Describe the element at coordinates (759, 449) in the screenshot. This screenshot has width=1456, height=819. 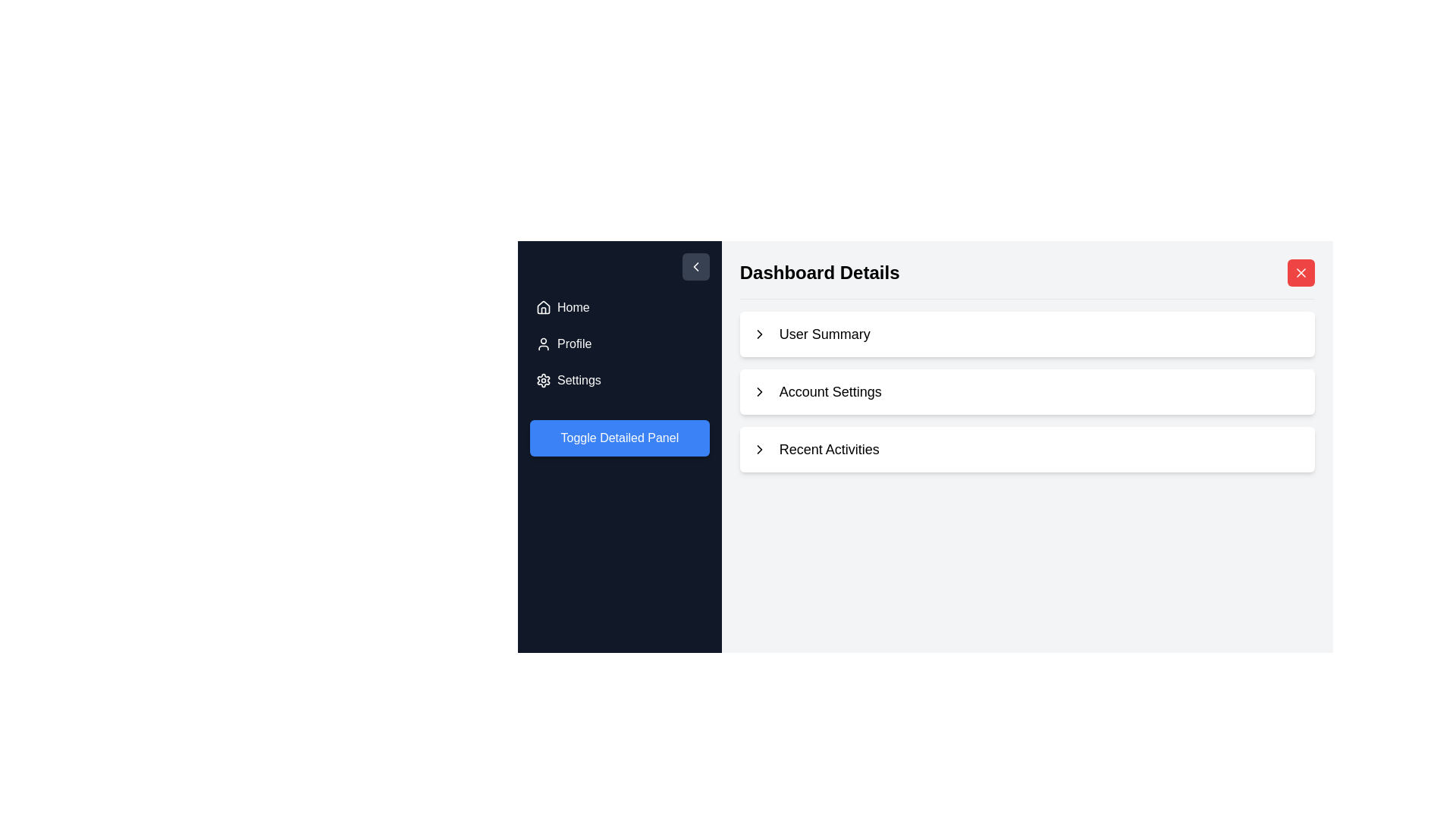
I see `the Chevron/Arrow icon located on the left side of the 'Recent Activities' section, which serves as a clickable area to expand or navigate related content` at that location.